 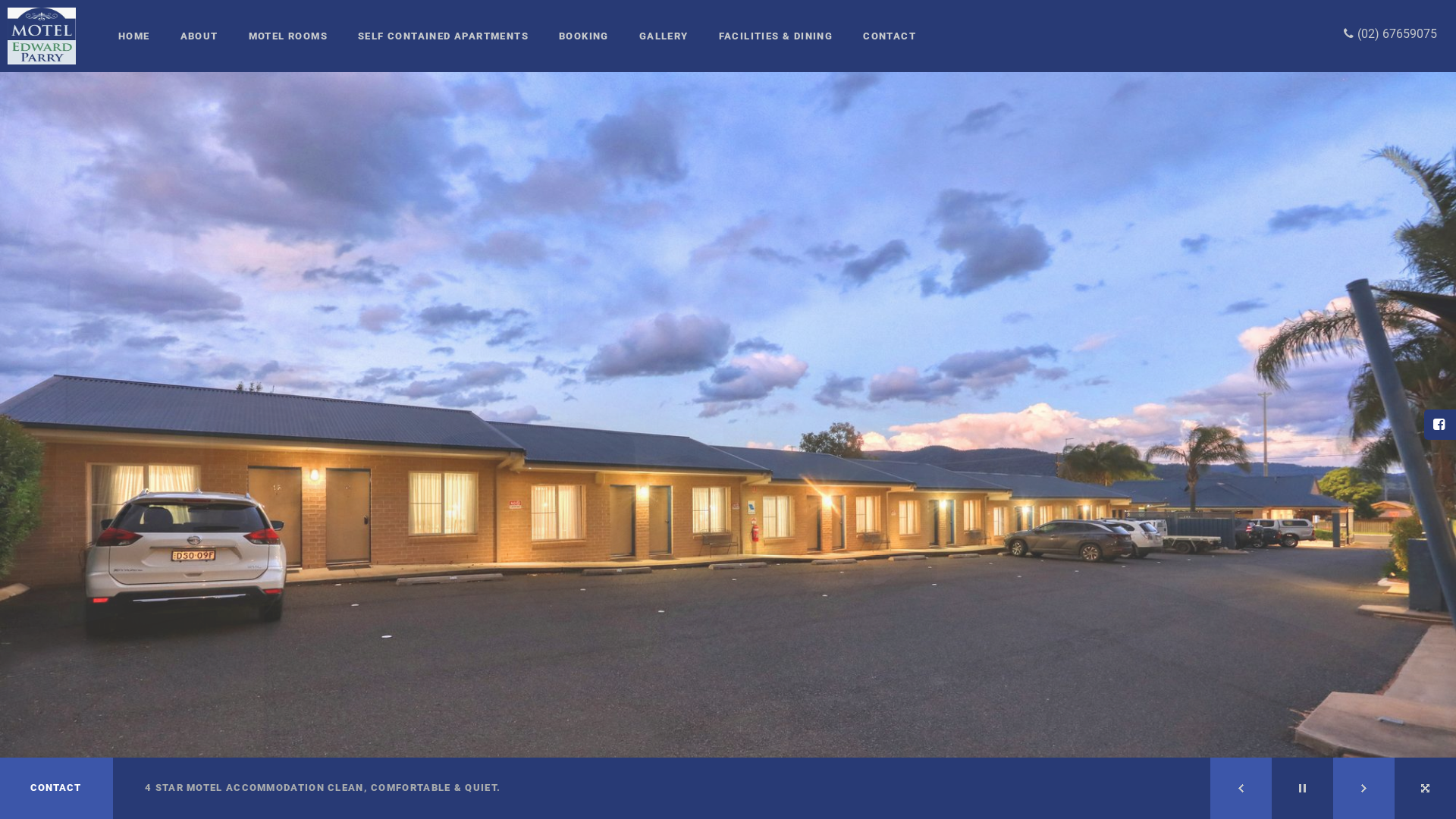 What do you see at coordinates (442, 35) in the screenshot?
I see `'SELF CONTAINED APARTMENTS'` at bounding box center [442, 35].